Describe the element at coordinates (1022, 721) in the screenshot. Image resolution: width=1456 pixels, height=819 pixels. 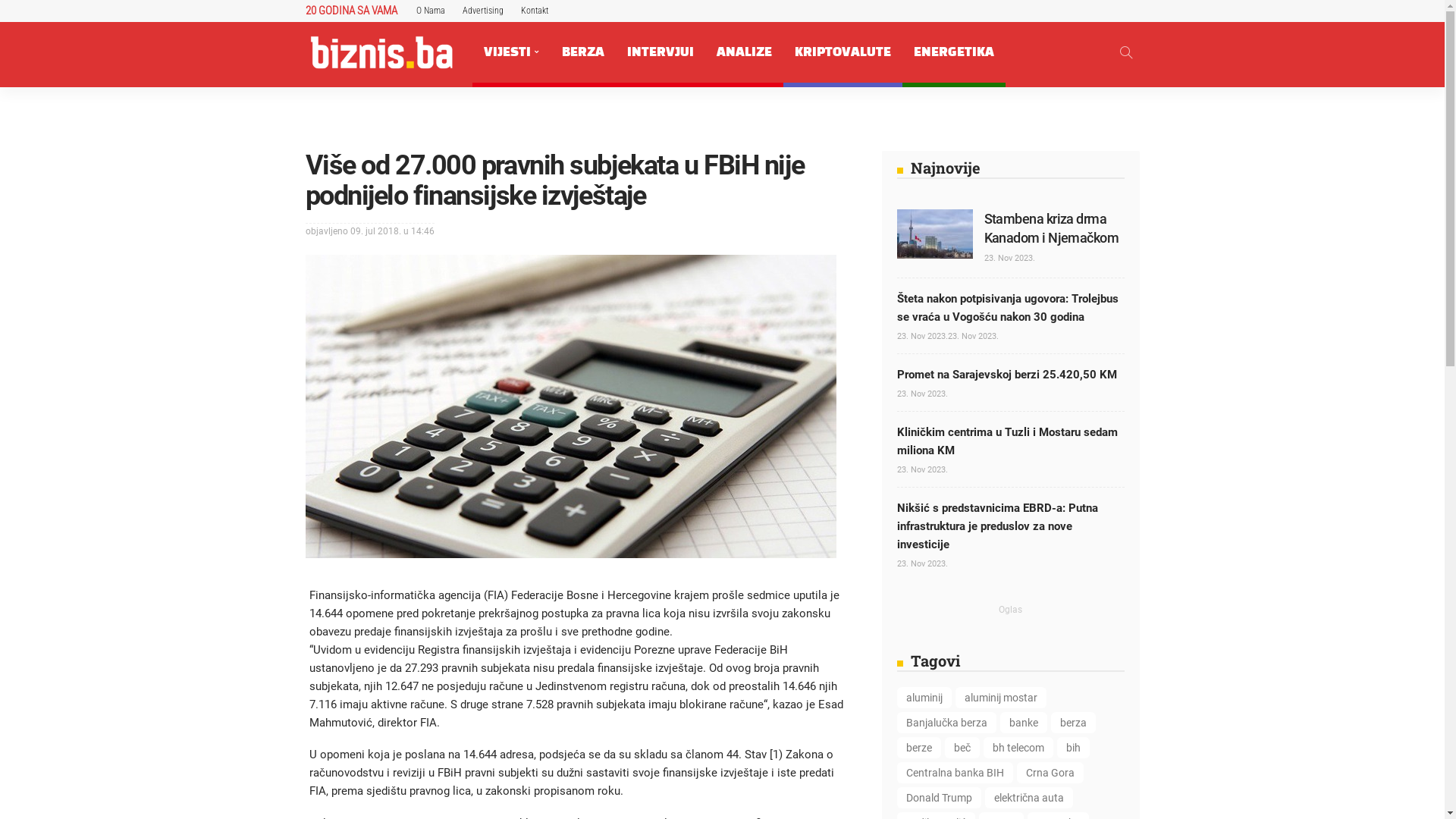
I see `'banke'` at that location.